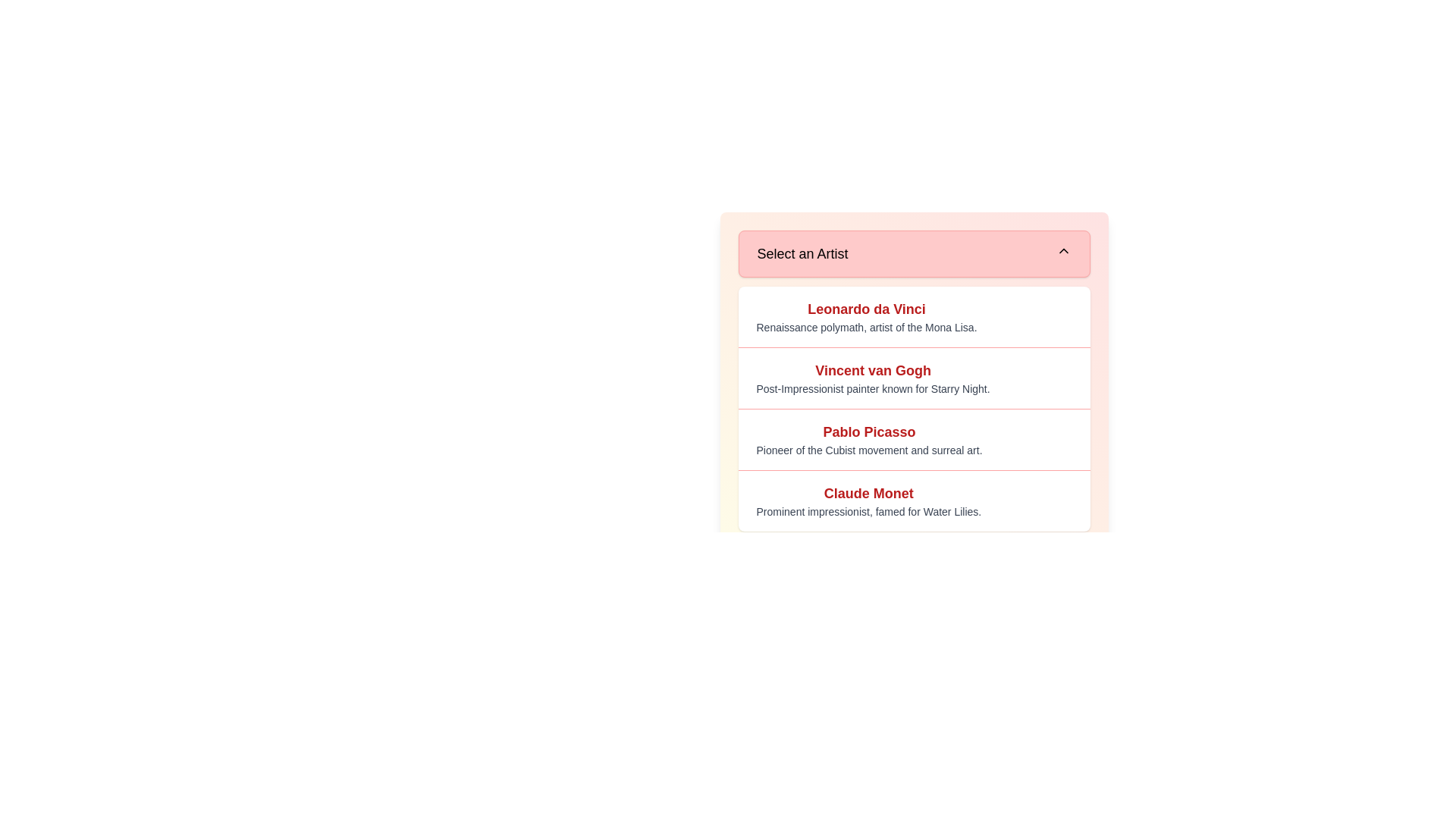 This screenshot has width=1456, height=819. Describe the element at coordinates (873, 377) in the screenshot. I see `the list item for 'Vincent van Gogh'` at that location.